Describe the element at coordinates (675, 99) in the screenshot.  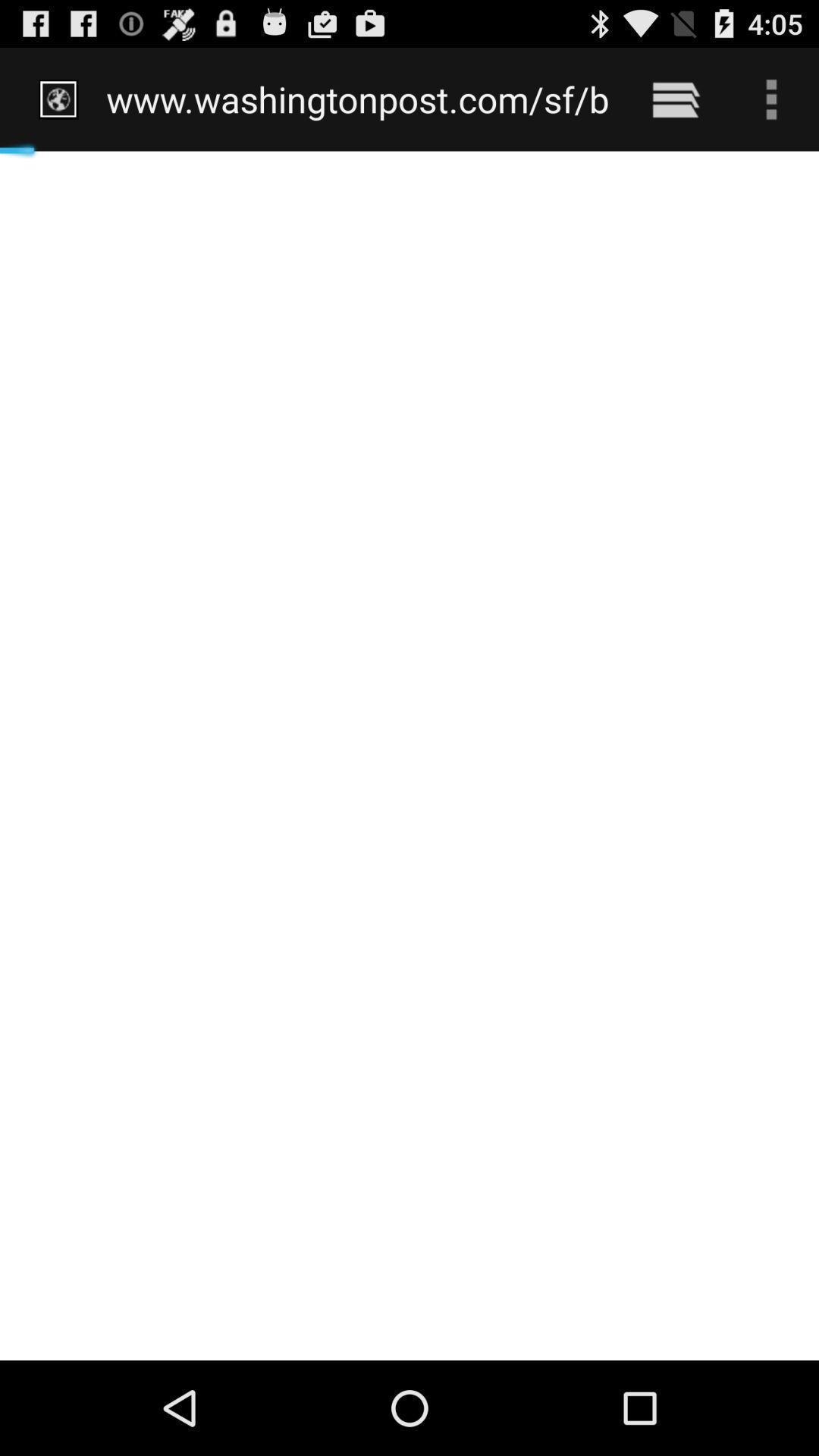
I see `the icon to the right of www washingtonpost com` at that location.